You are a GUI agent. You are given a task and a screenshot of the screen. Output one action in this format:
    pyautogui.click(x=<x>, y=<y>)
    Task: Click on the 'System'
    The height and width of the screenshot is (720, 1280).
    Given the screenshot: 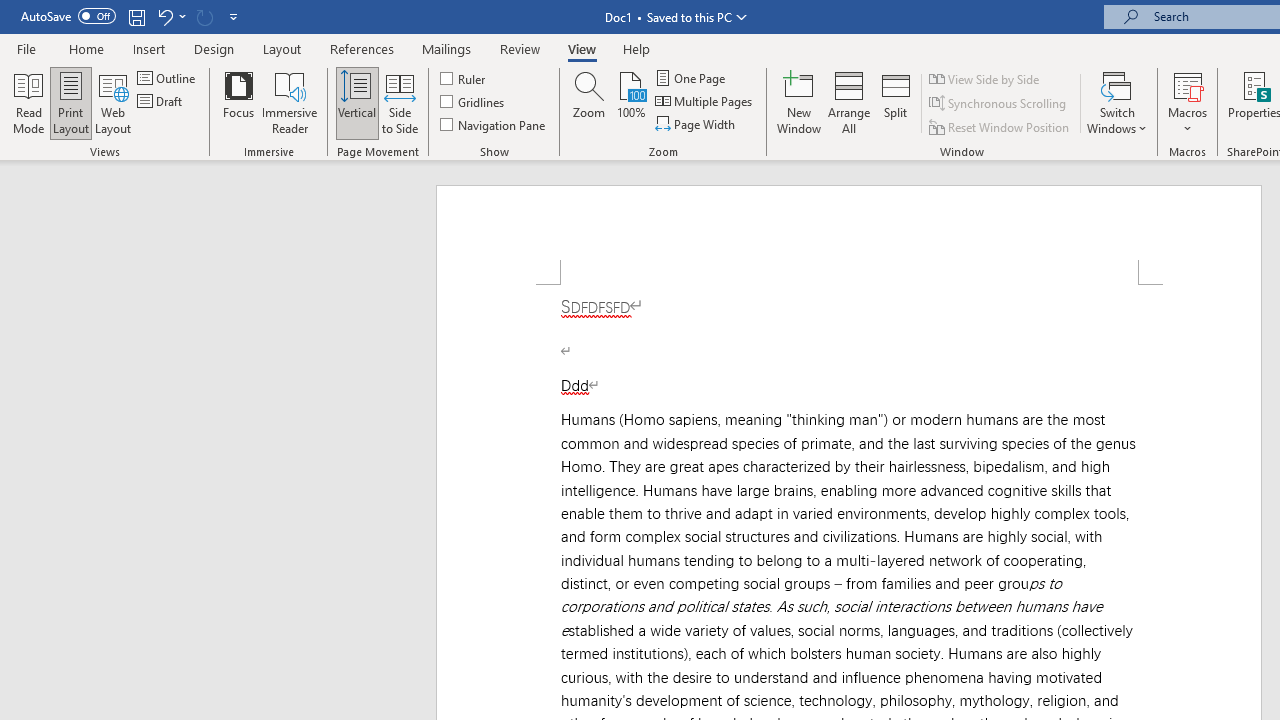 What is the action you would take?
    pyautogui.click(x=10, y=11)
    